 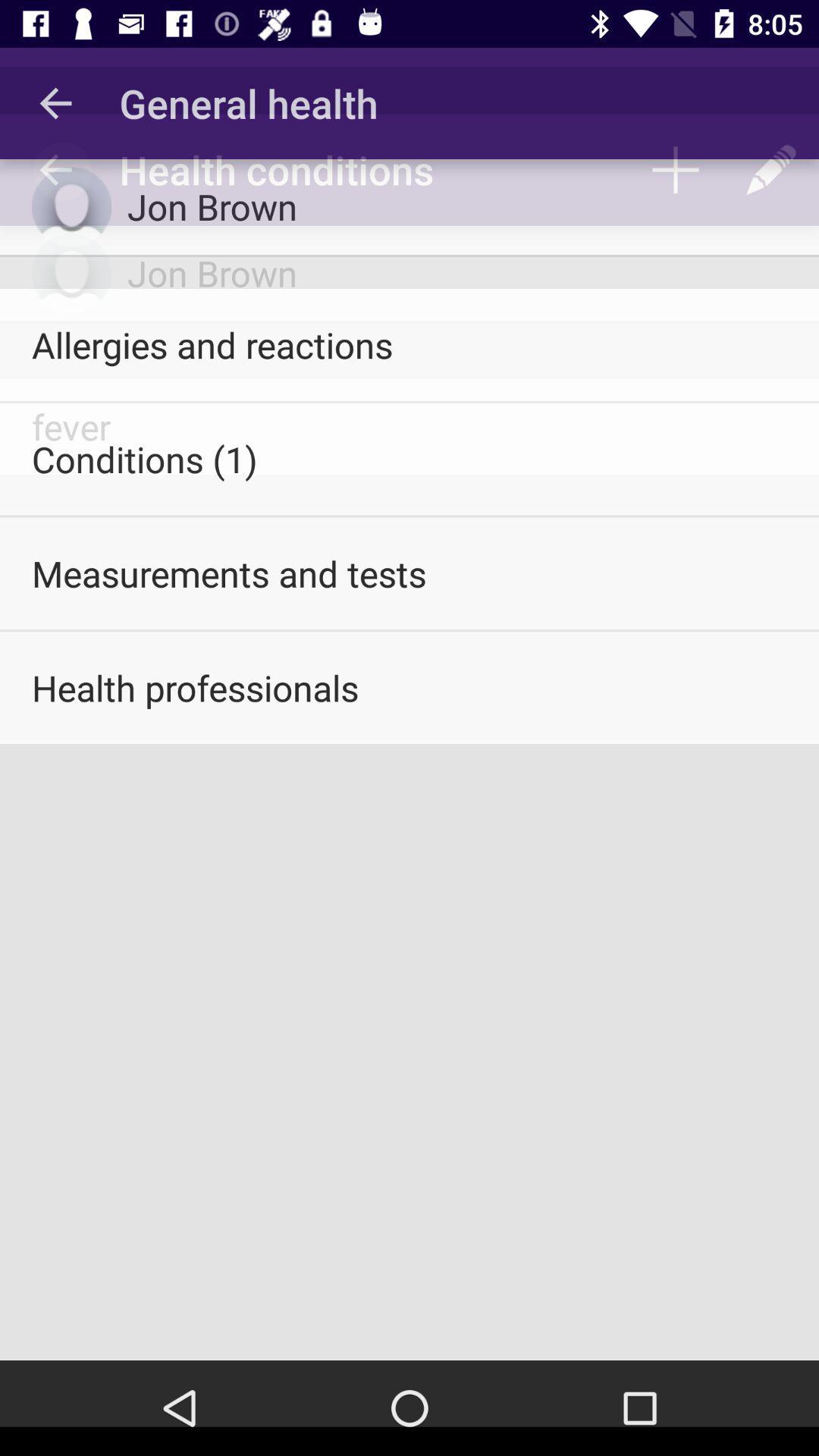 What do you see at coordinates (409, 573) in the screenshot?
I see `item above health professionals  item` at bounding box center [409, 573].